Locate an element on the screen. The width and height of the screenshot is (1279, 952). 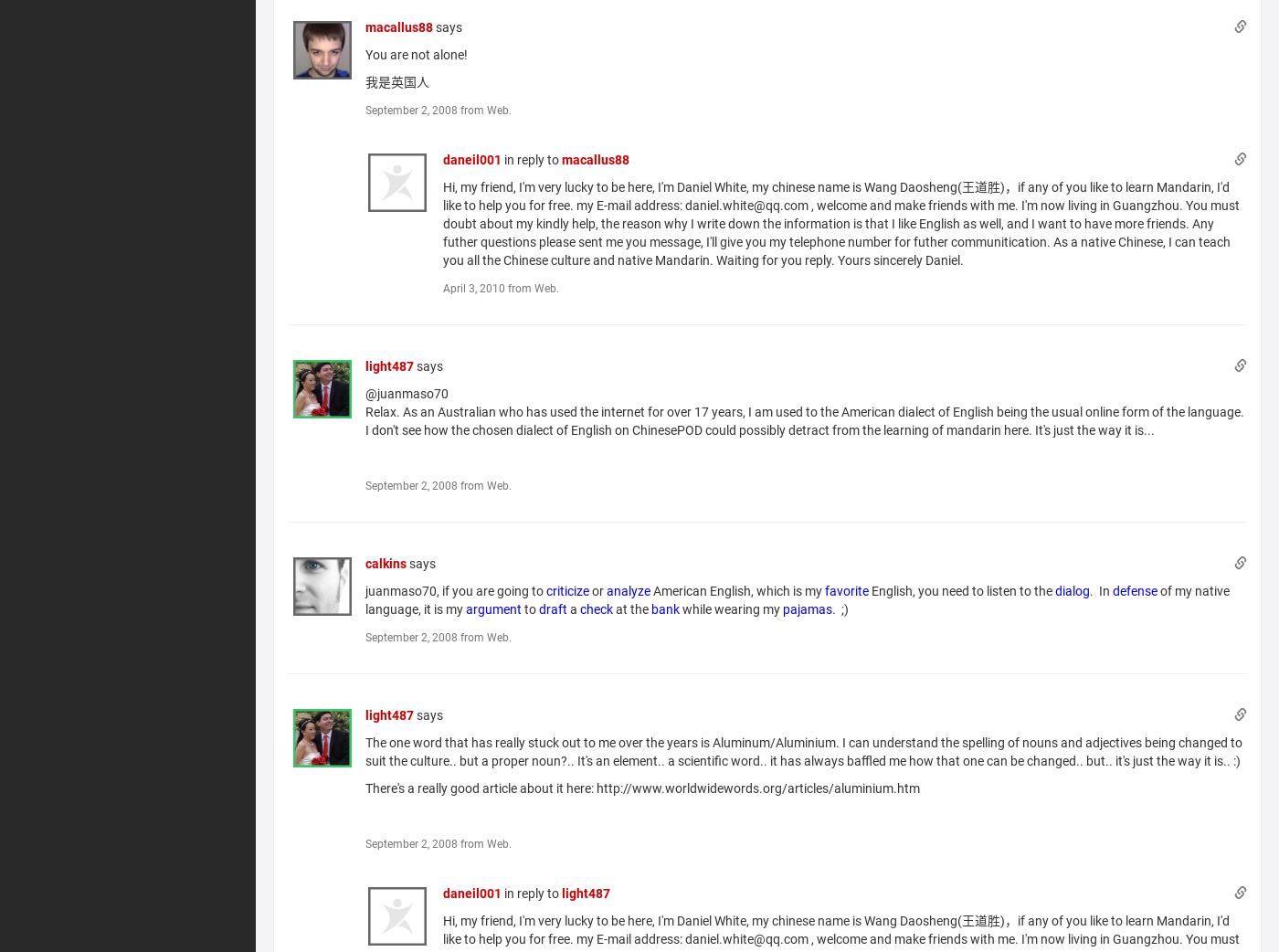
'a' is located at coordinates (574, 608).